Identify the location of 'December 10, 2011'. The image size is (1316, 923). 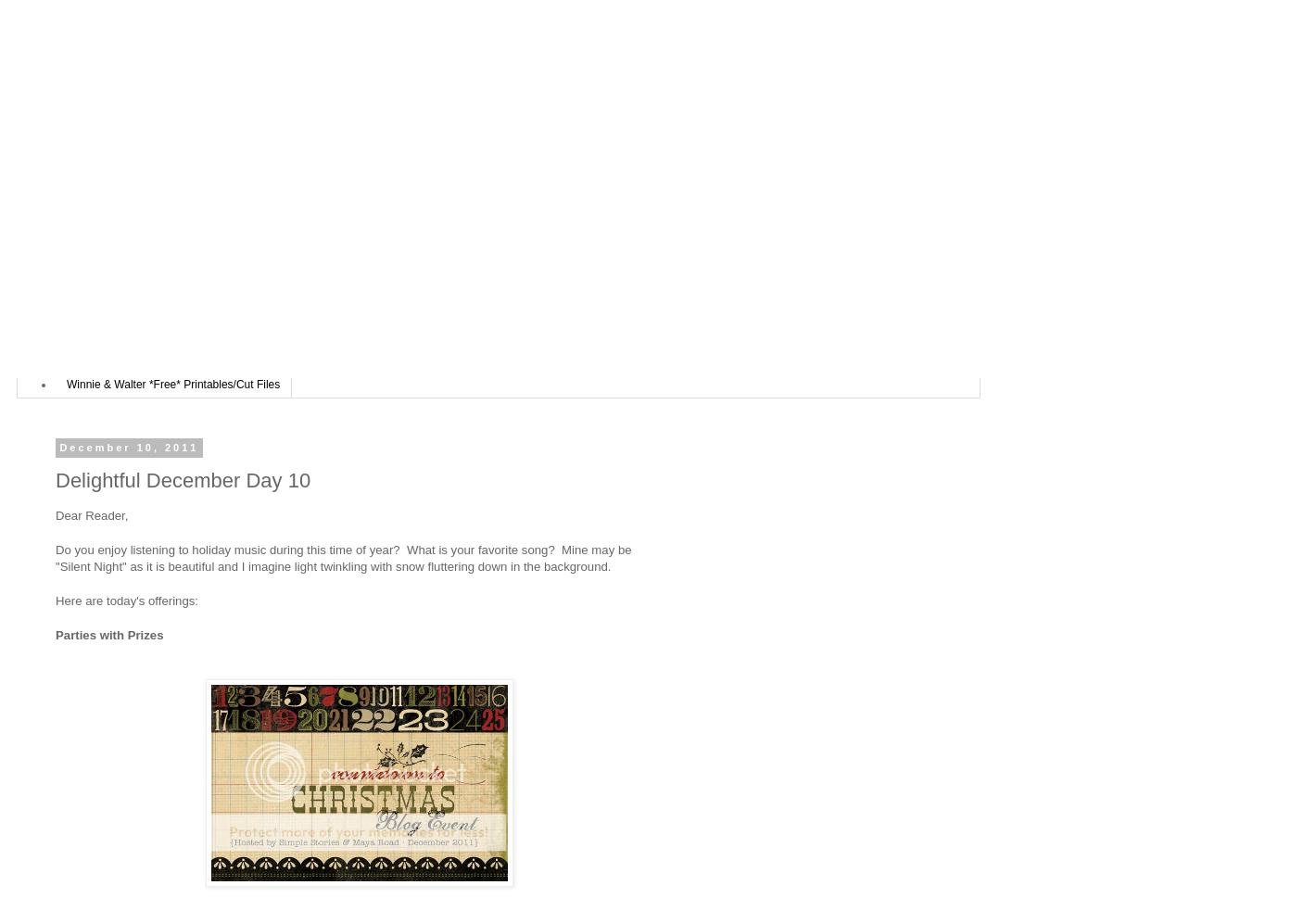
(128, 446).